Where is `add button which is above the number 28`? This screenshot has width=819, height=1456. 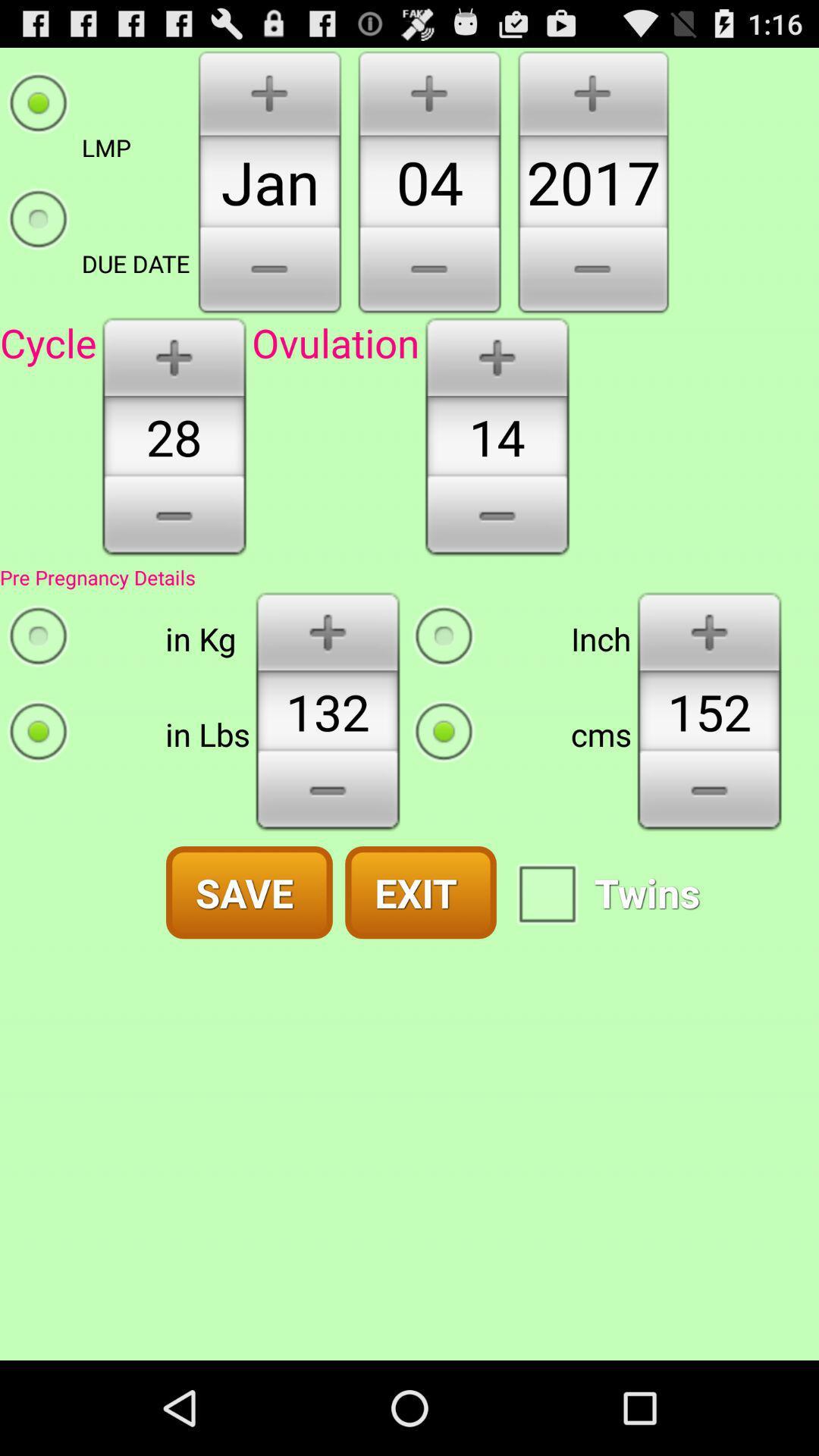
add button which is above the number 28 is located at coordinates (174, 355).